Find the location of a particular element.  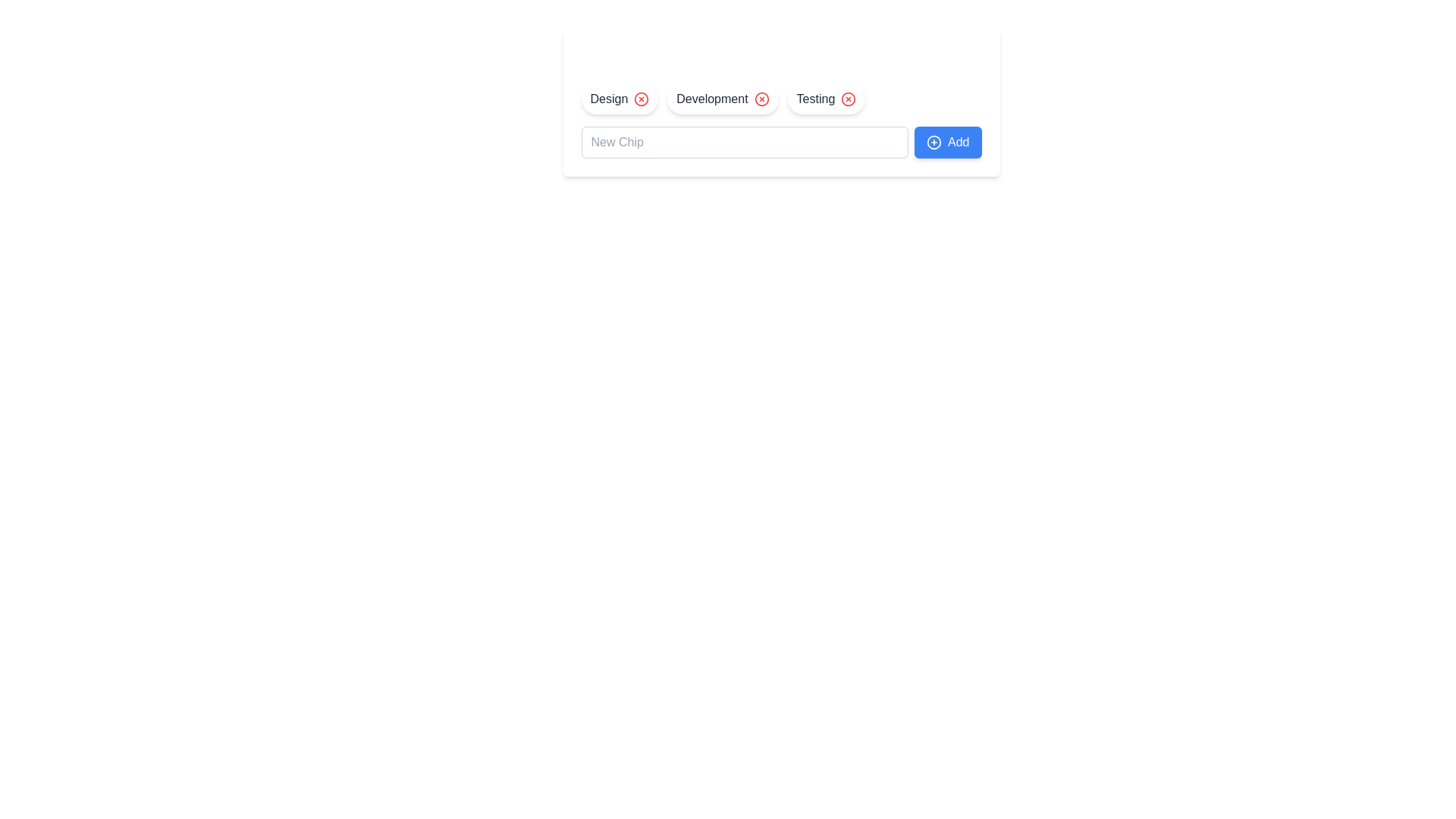

the chip labeled Testing by clicking its delete icon is located at coordinates (848, 99).